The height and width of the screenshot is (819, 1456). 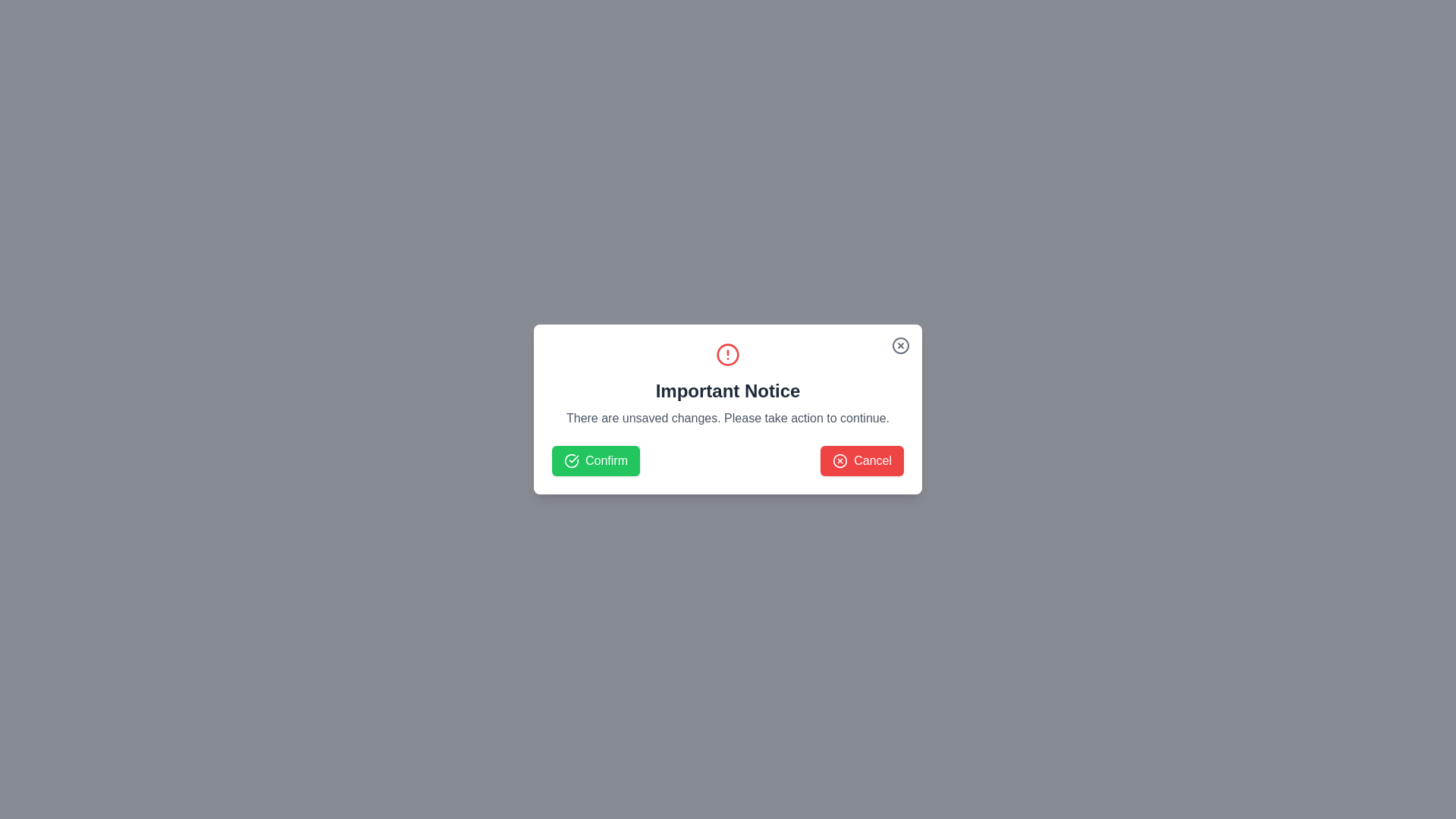 What do you see at coordinates (728, 418) in the screenshot?
I see `informational text that notifies the user about unsaved changes and suggests actions to proceed, located in the second line of the modal window beneath the 'Important Notice' title` at bounding box center [728, 418].